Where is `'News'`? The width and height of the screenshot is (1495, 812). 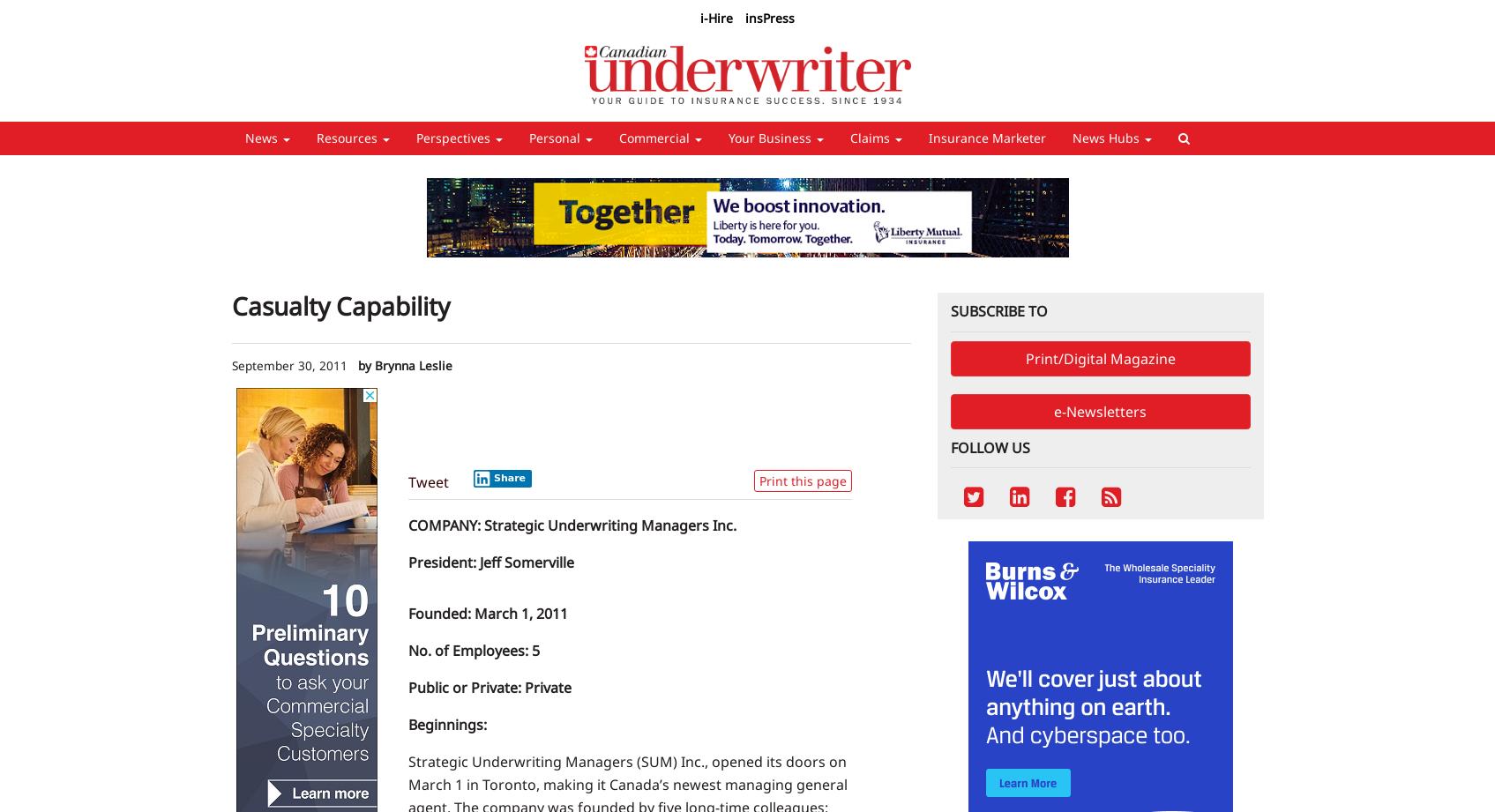 'News' is located at coordinates (262, 137).